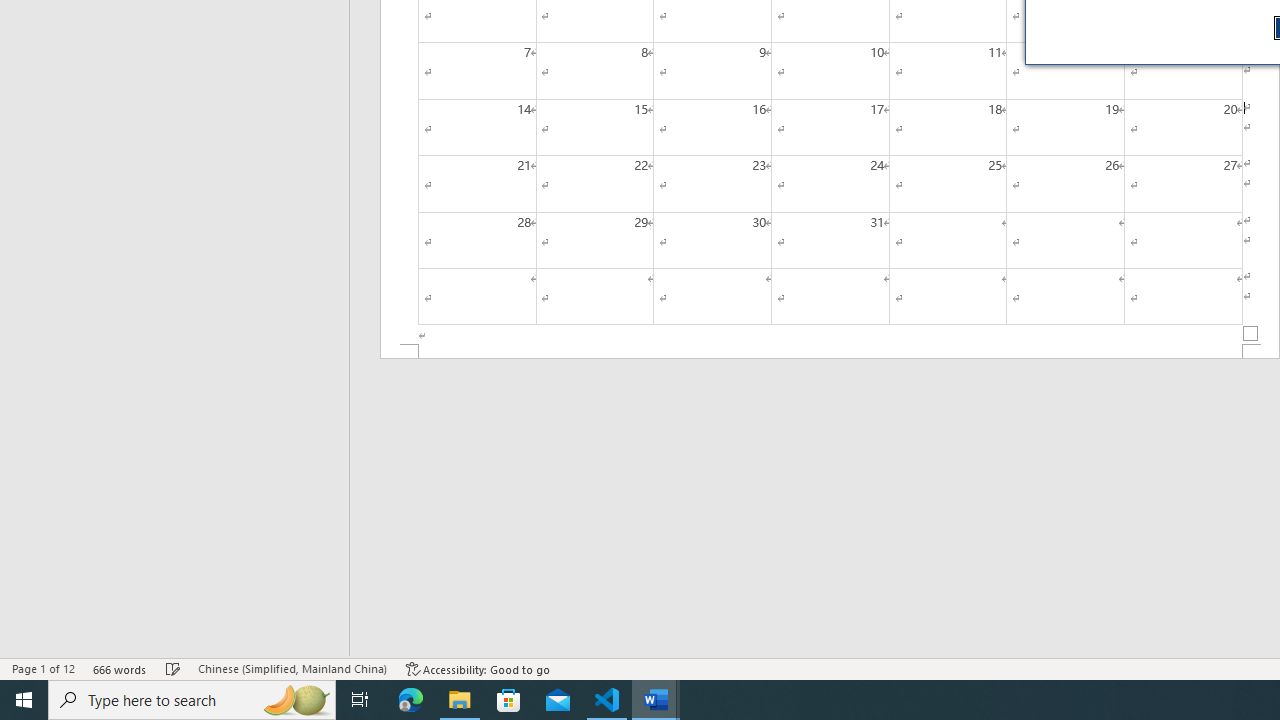 The image size is (1280, 720). What do you see at coordinates (459, 698) in the screenshot?
I see `'File Explorer - 1 running window'` at bounding box center [459, 698].